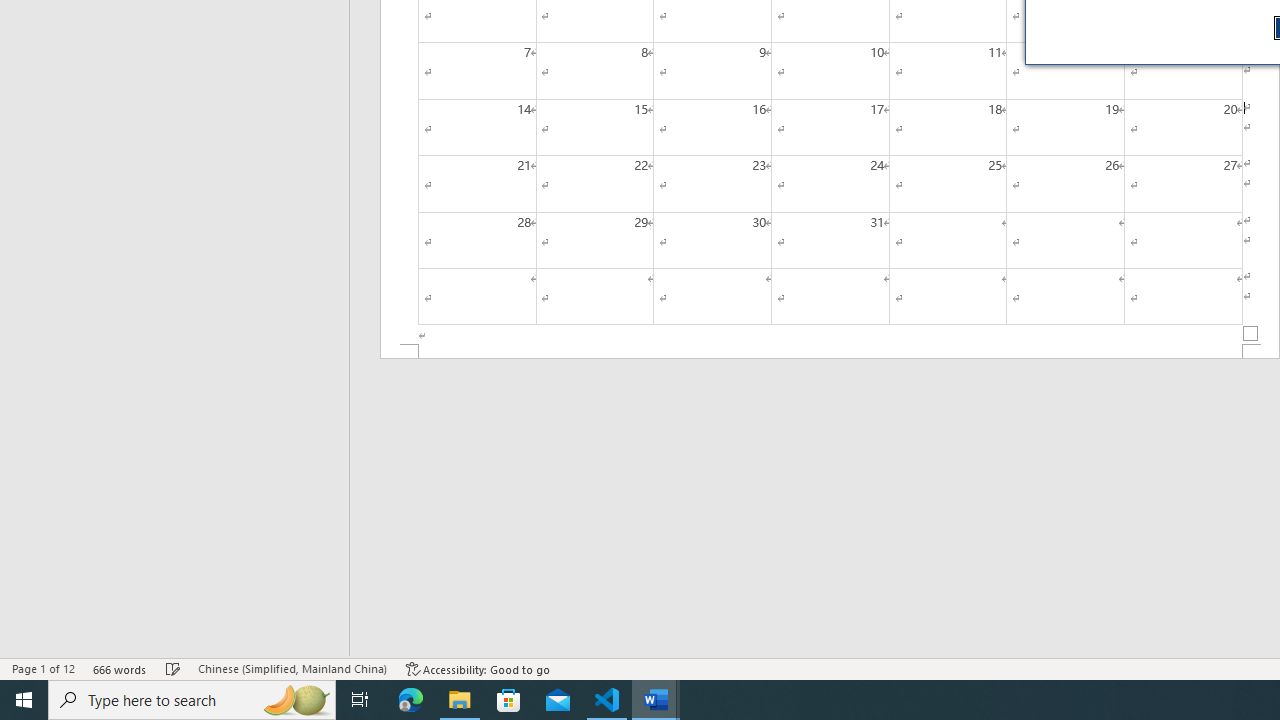 The image size is (1280, 720). What do you see at coordinates (459, 698) in the screenshot?
I see `'File Explorer - 1 running window'` at bounding box center [459, 698].